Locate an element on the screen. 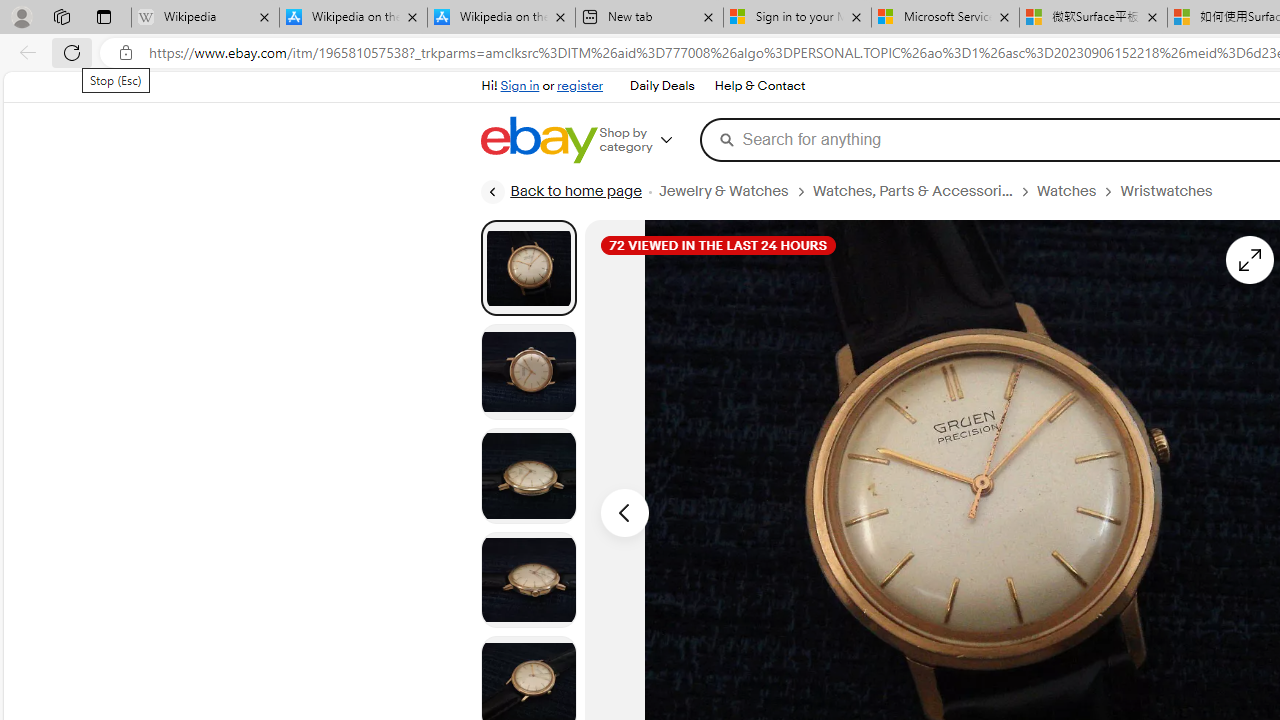 This screenshot has height=720, width=1280. 'Picture 1 of 8' is located at coordinates (528, 267).